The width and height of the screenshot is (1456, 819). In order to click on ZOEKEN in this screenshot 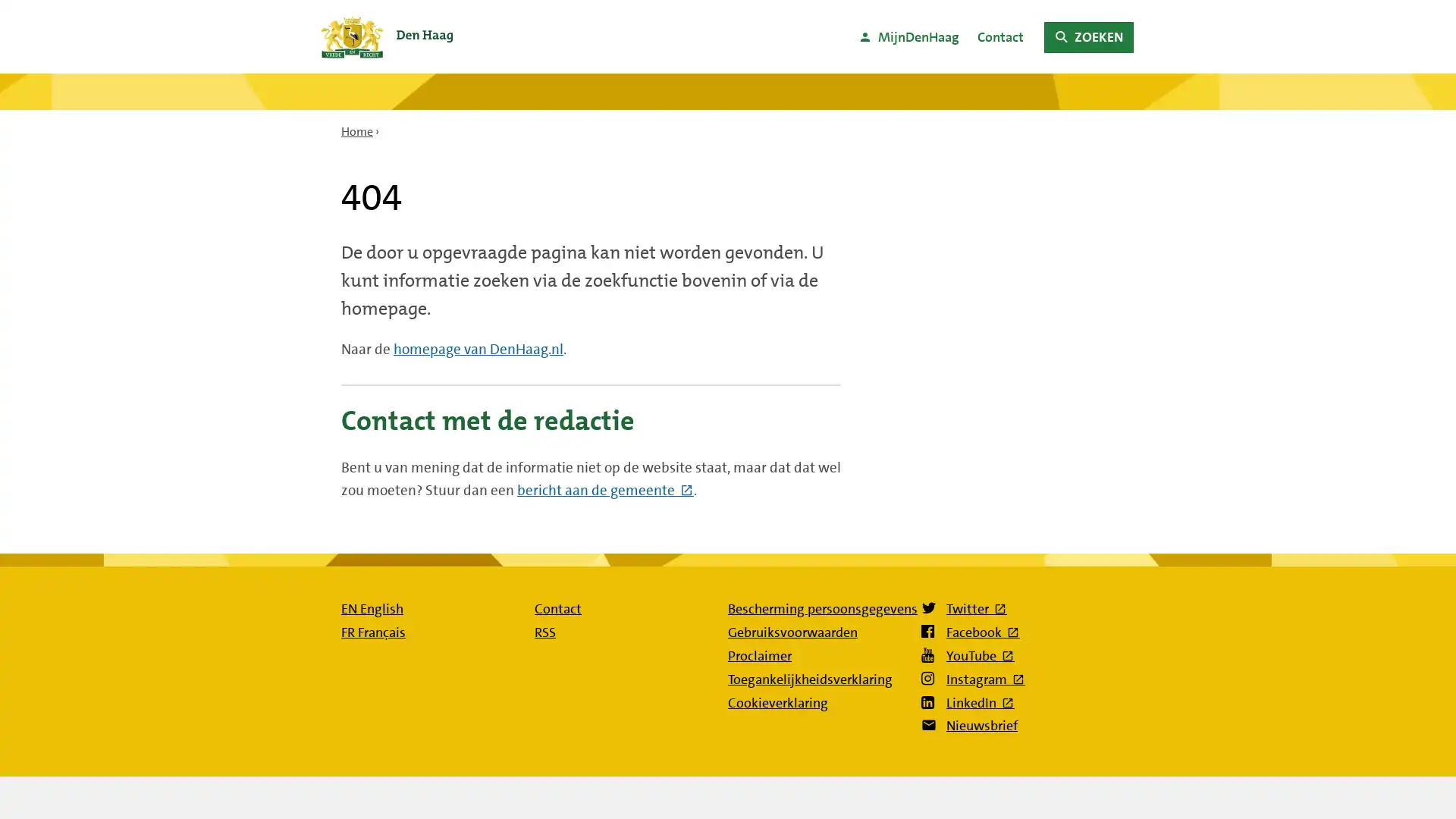, I will do `click(1087, 36)`.